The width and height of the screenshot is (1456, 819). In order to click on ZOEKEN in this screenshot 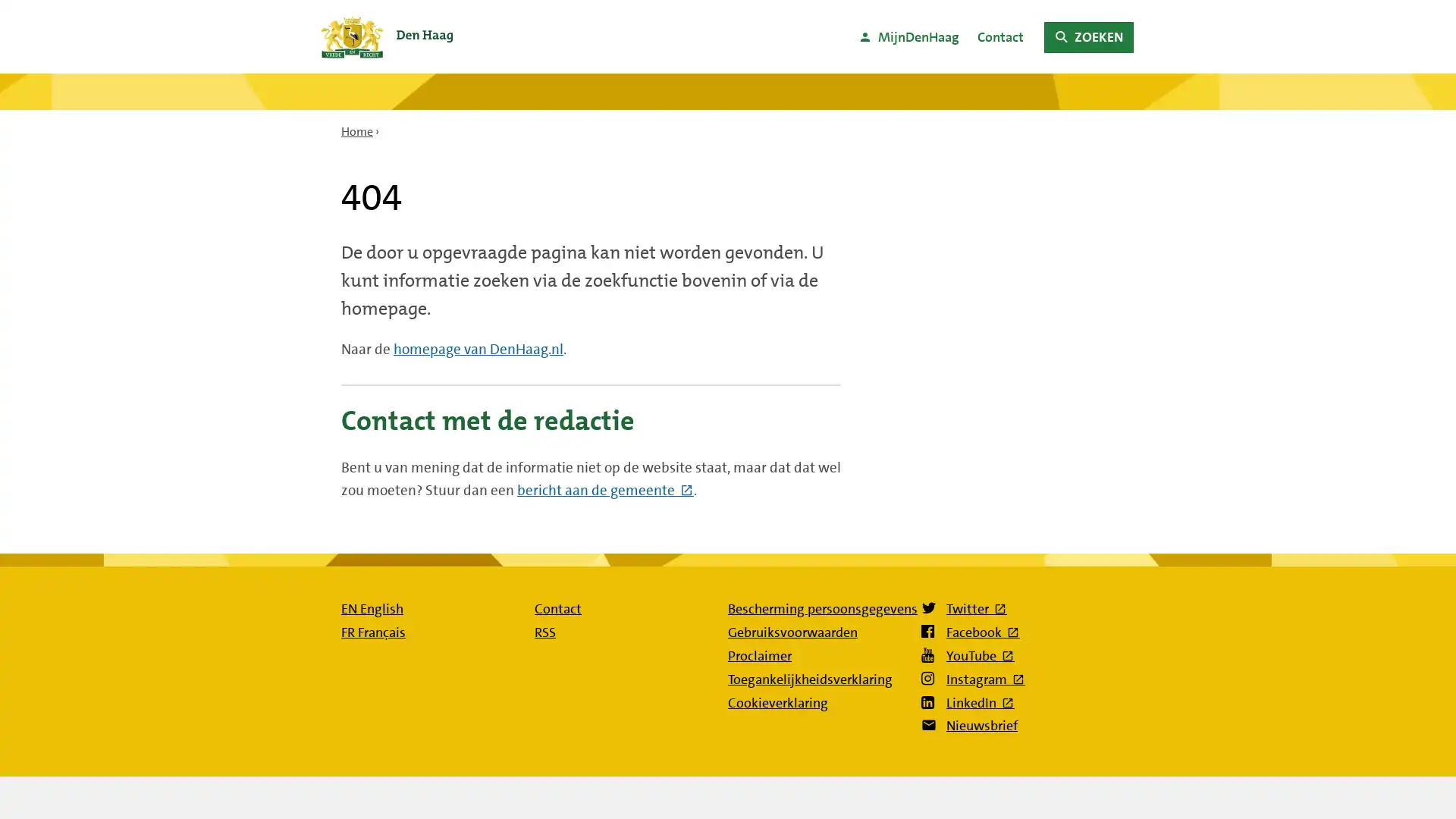, I will do `click(1087, 36)`.